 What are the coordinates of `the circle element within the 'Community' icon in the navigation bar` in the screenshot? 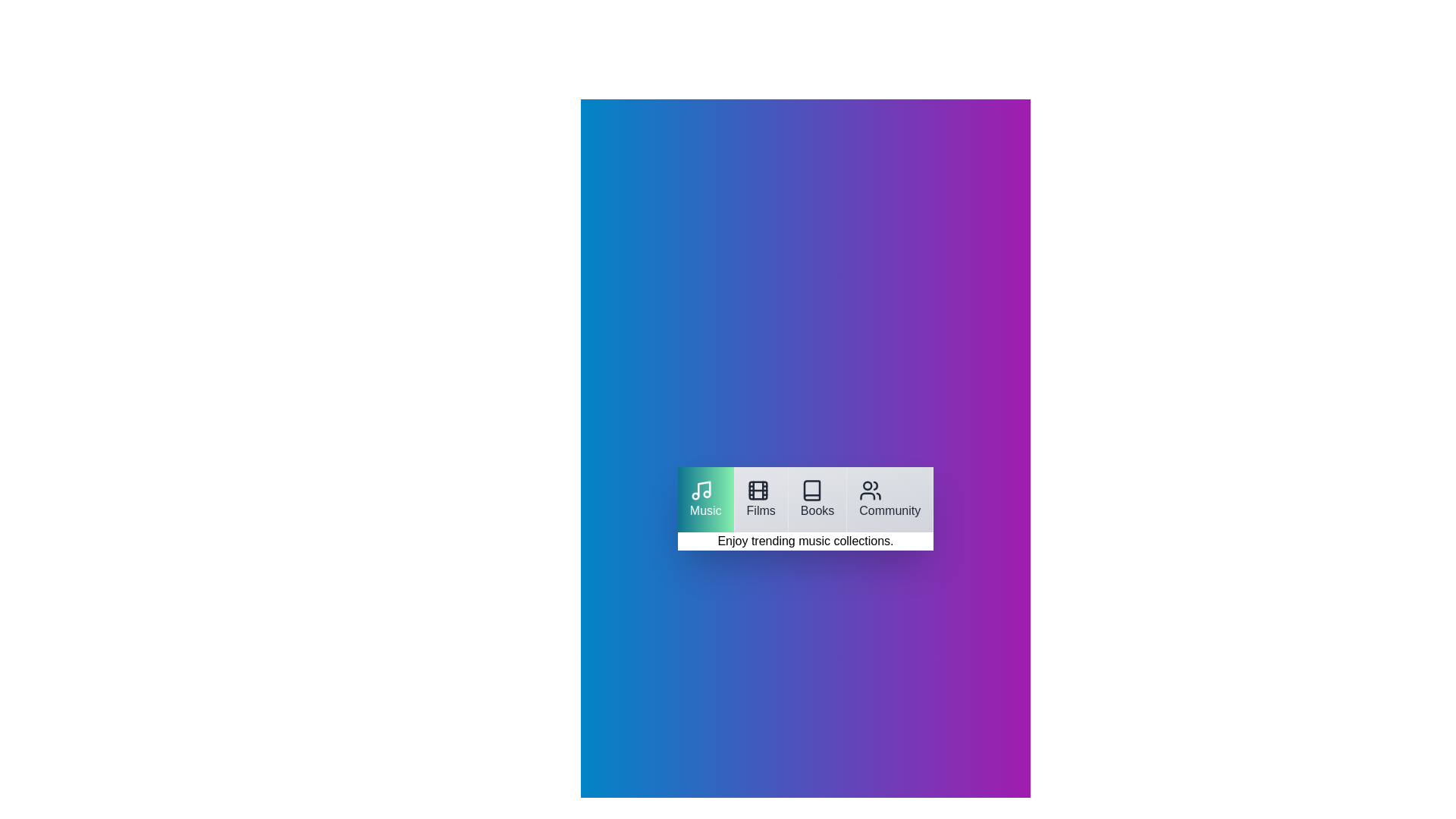 It's located at (868, 485).